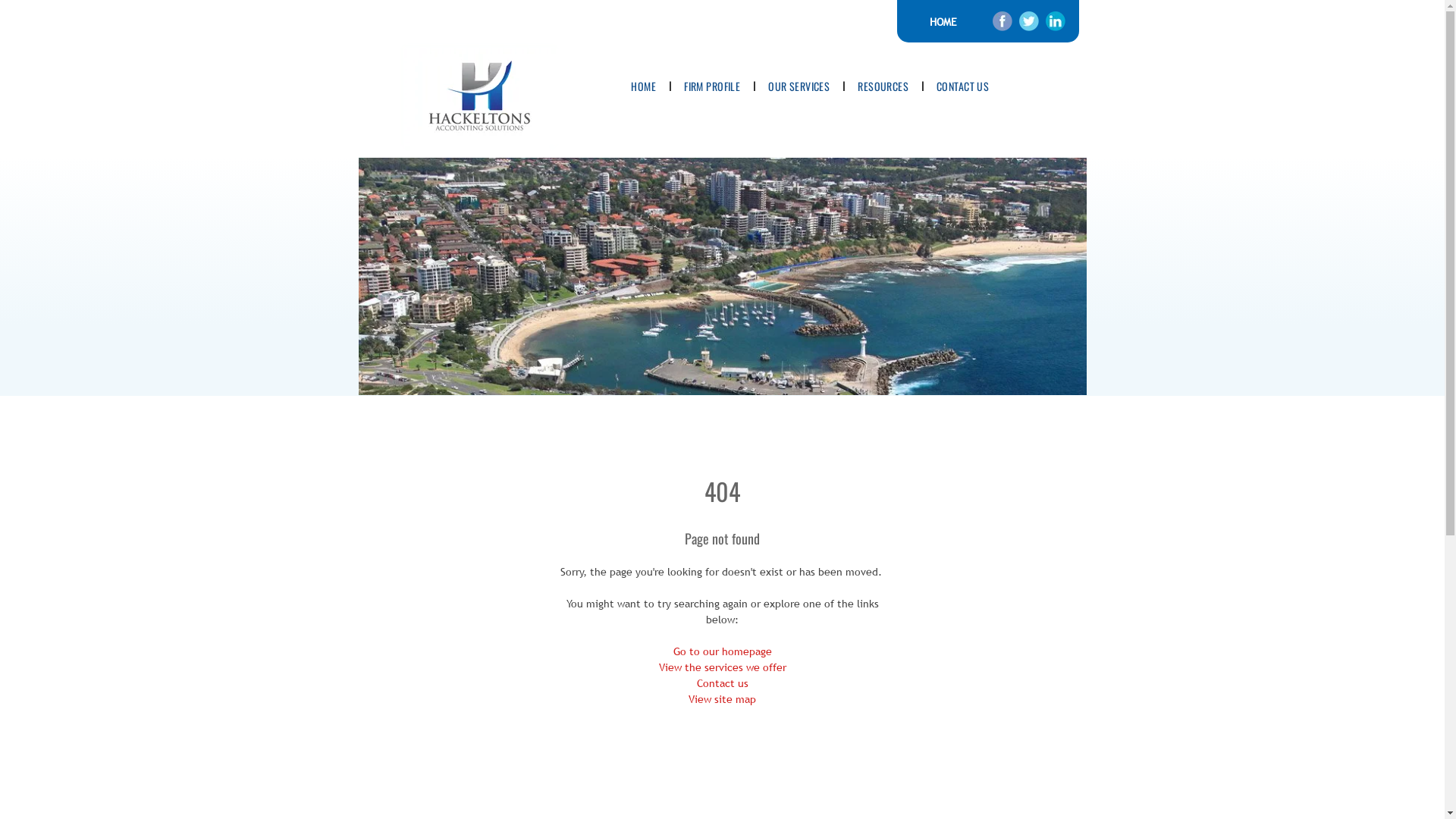 The width and height of the screenshot is (1456, 819). I want to click on 'Go to our homepage', so click(722, 651).